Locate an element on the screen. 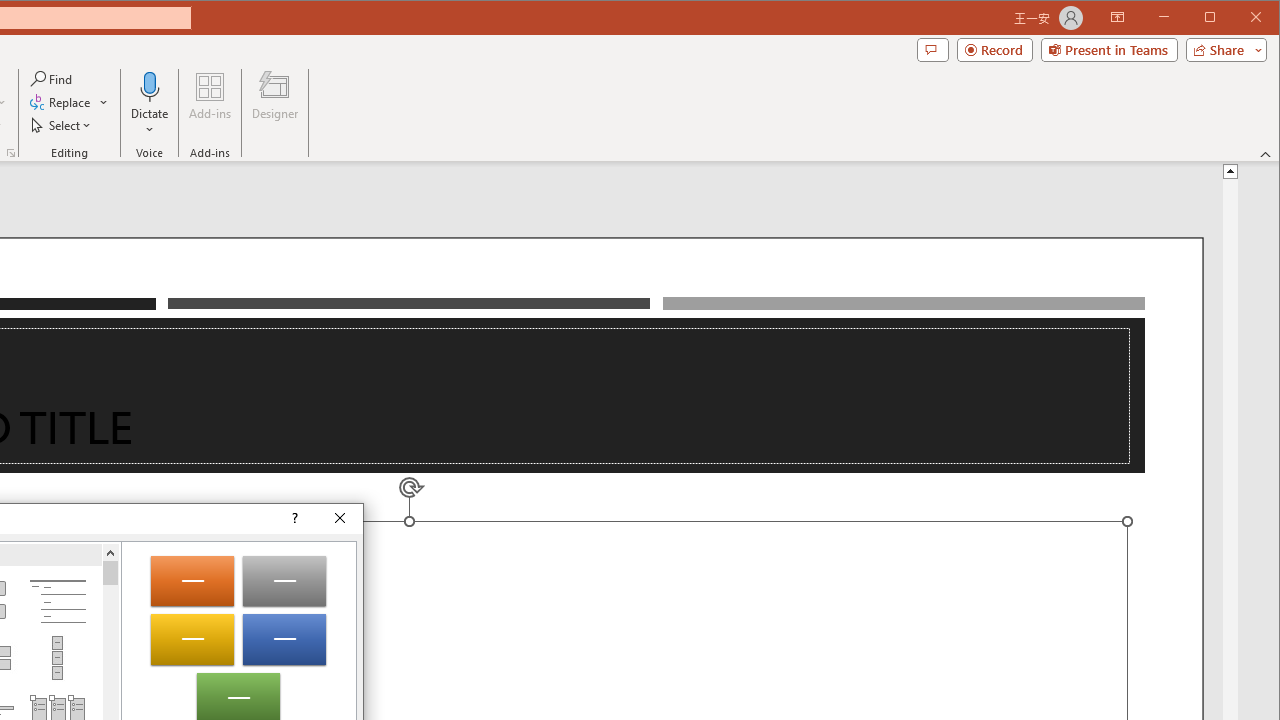  'Lined List' is located at coordinates (57, 600).